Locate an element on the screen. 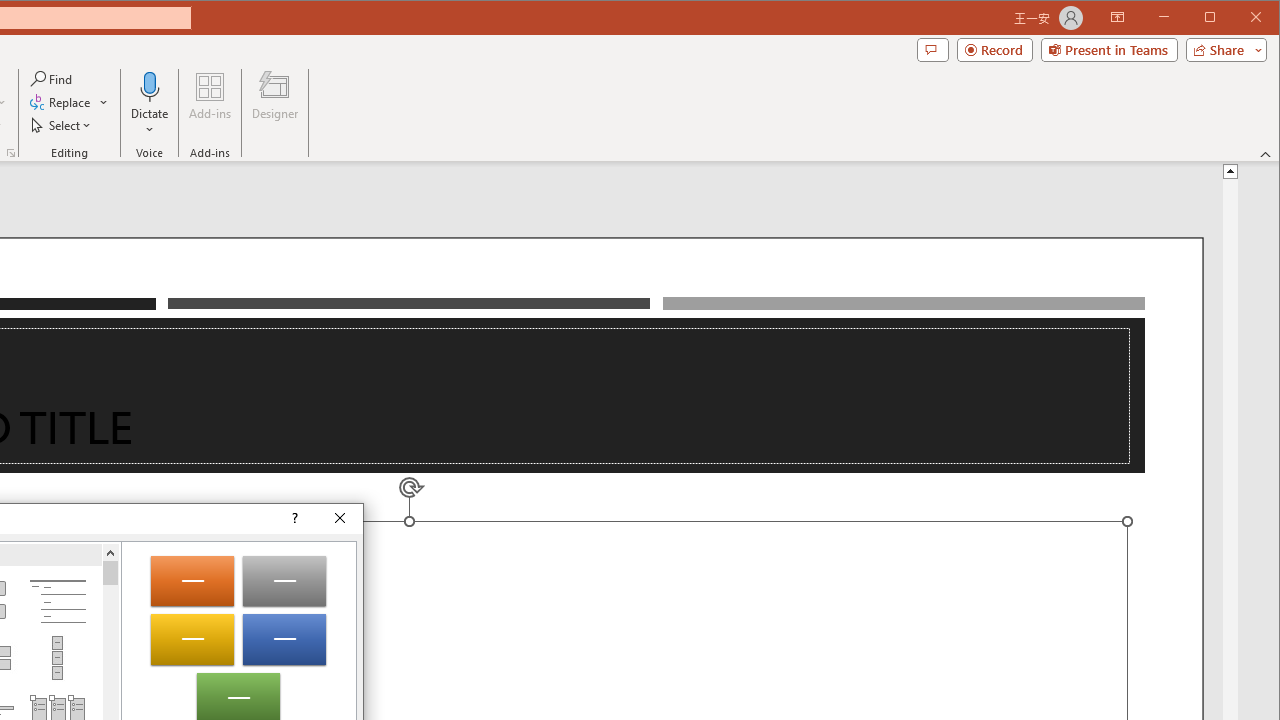  'Lined List' is located at coordinates (57, 600).